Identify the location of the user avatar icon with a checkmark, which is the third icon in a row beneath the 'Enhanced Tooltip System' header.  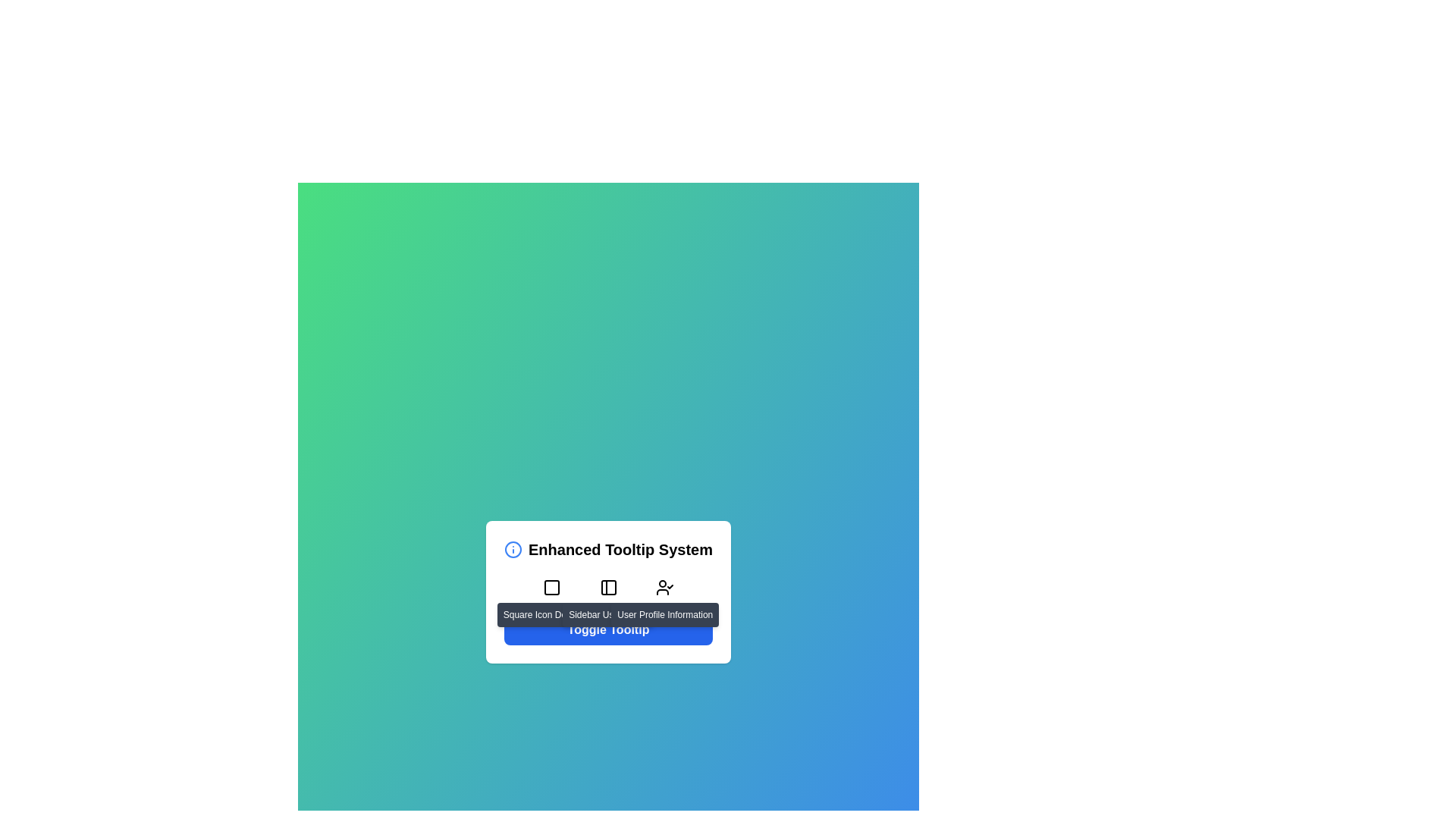
(665, 587).